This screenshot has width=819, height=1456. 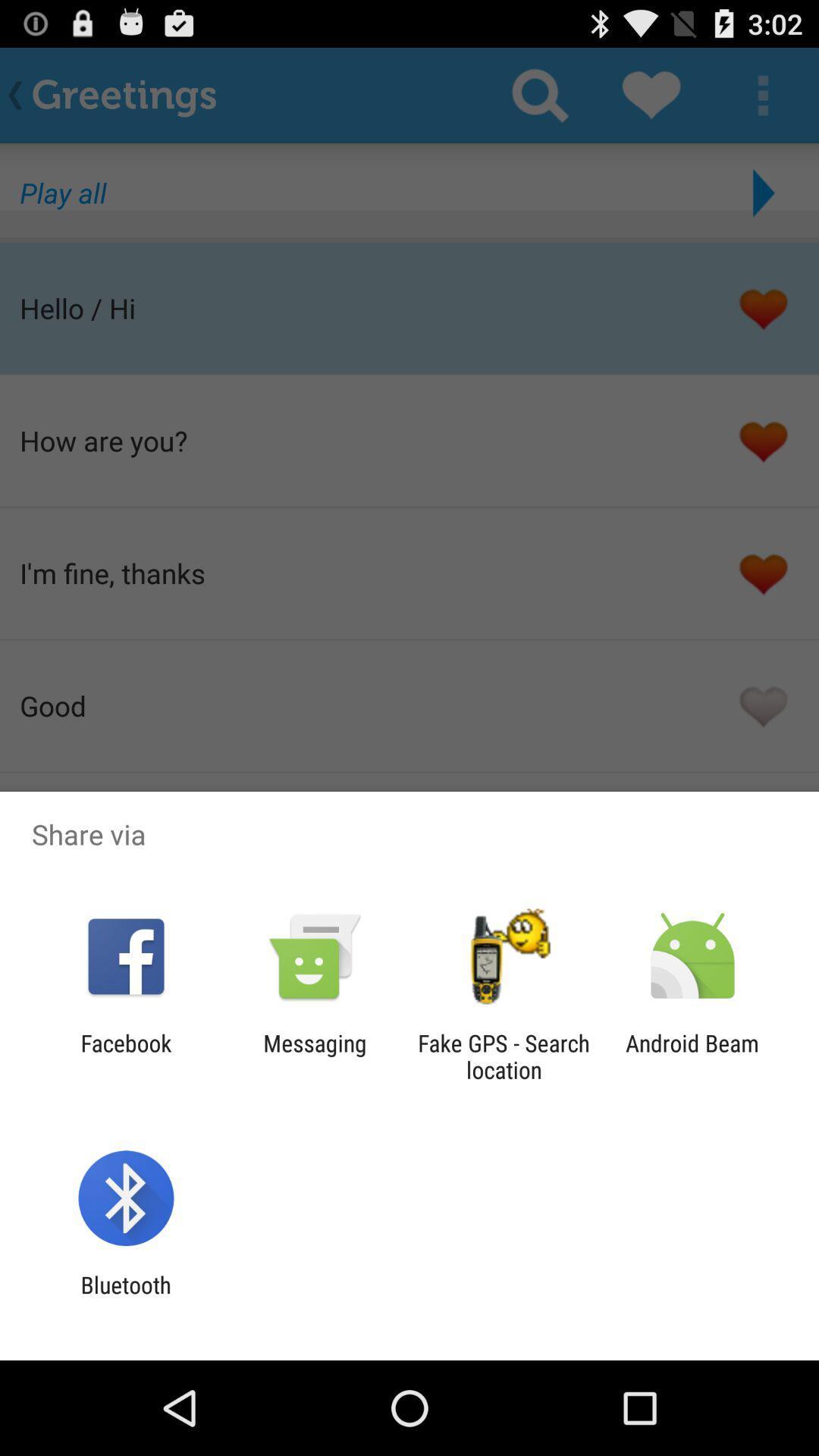 I want to click on item next to the messaging, so click(x=504, y=1056).